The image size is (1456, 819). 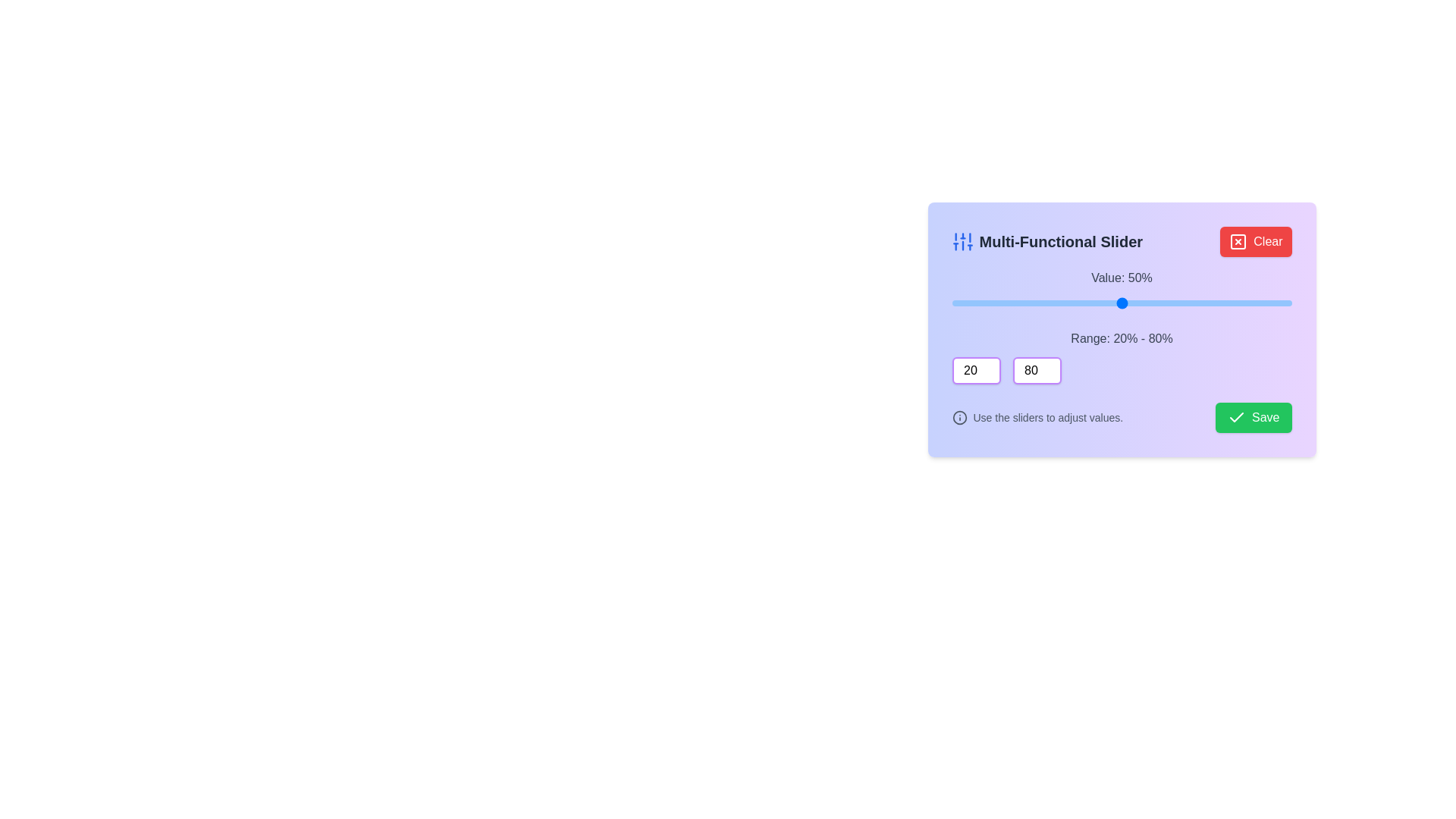 I want to click on the circular background portion of the information icon, which is an SVG element with a thin border, so click(x=959, y=418).